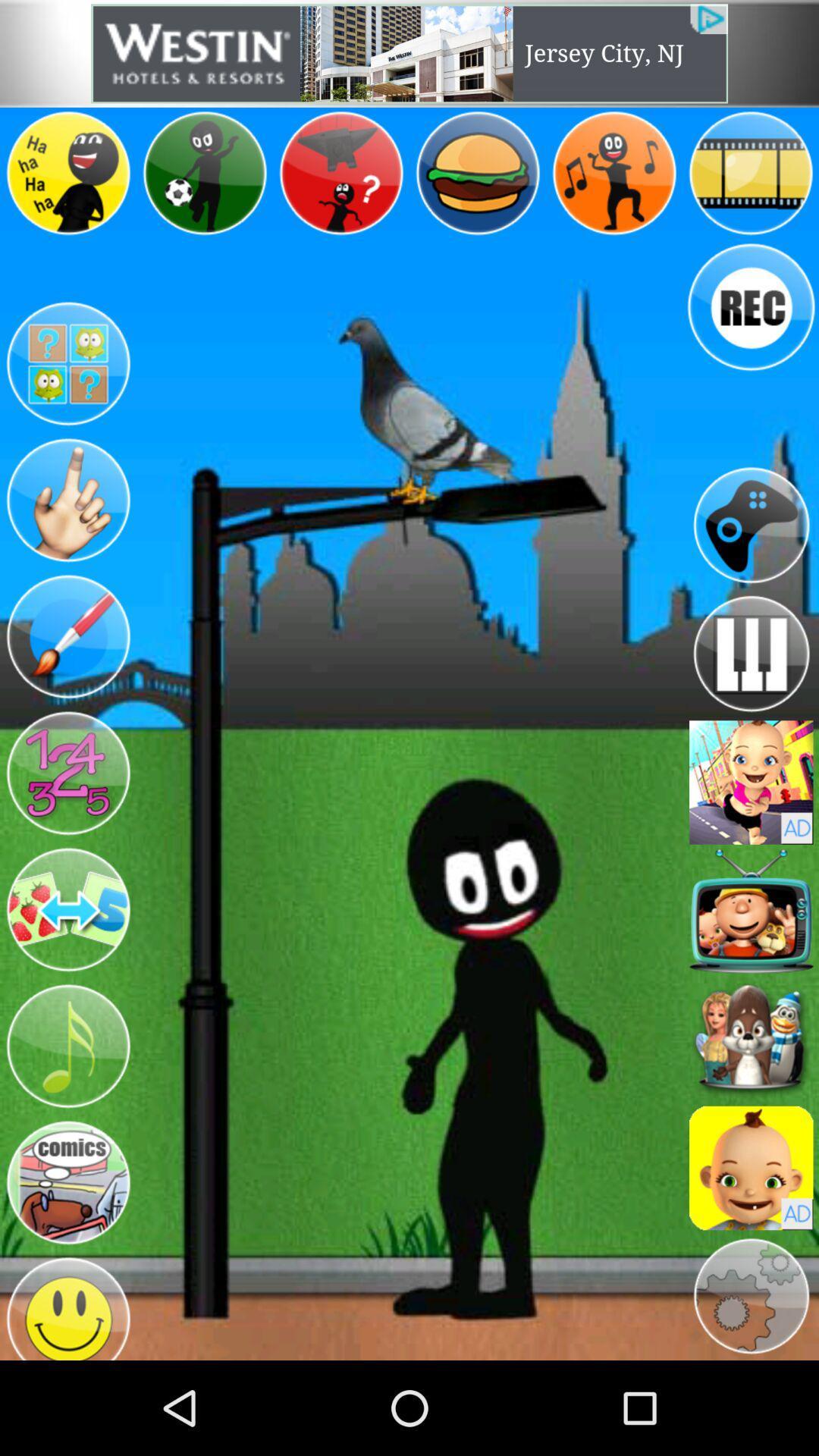  I want to click on settings app, so click(751, 1295).